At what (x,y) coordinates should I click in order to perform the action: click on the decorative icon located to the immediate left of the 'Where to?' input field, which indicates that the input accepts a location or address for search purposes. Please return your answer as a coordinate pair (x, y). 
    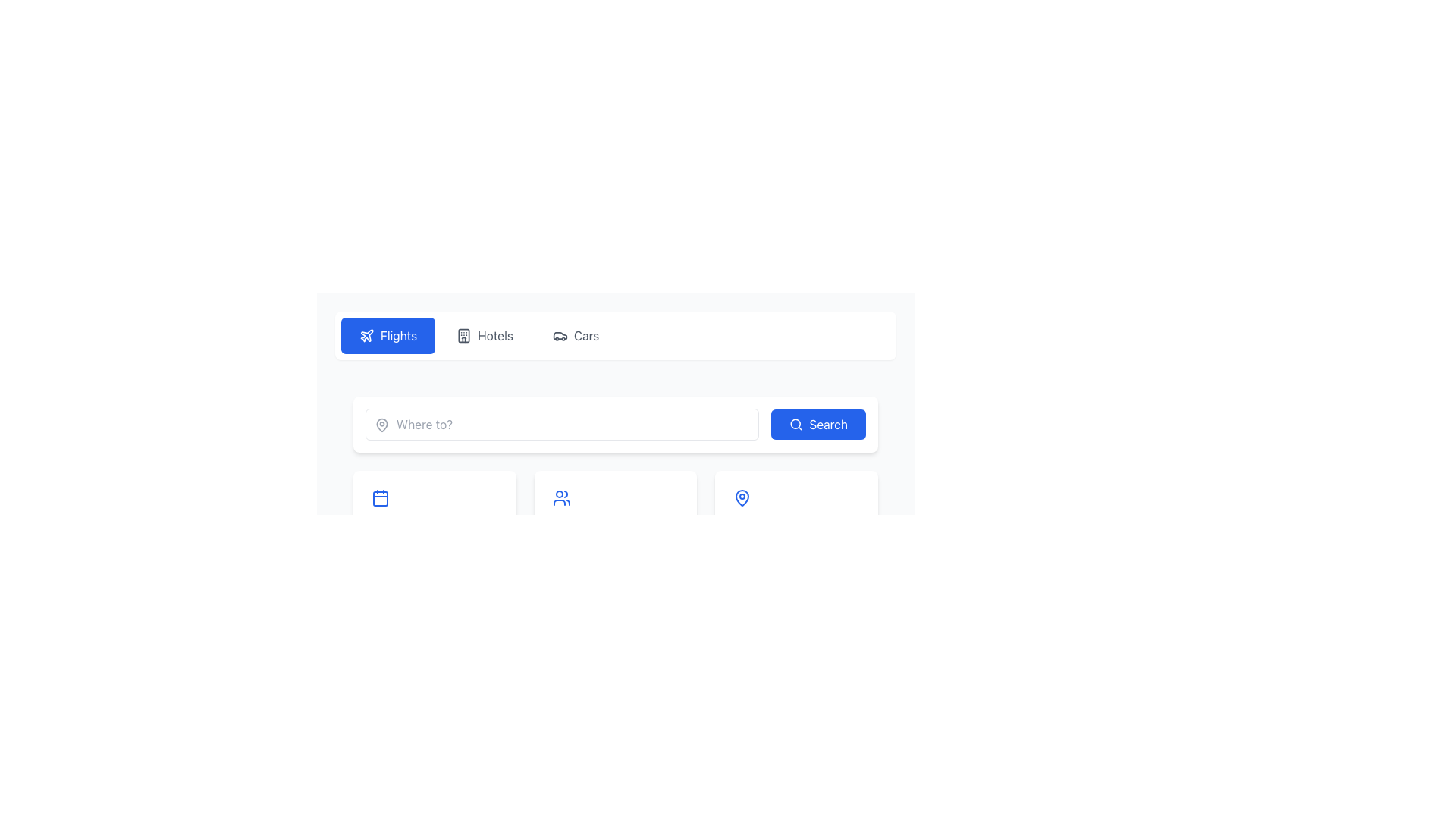
    Looking at the image, I should click on (382, 425).